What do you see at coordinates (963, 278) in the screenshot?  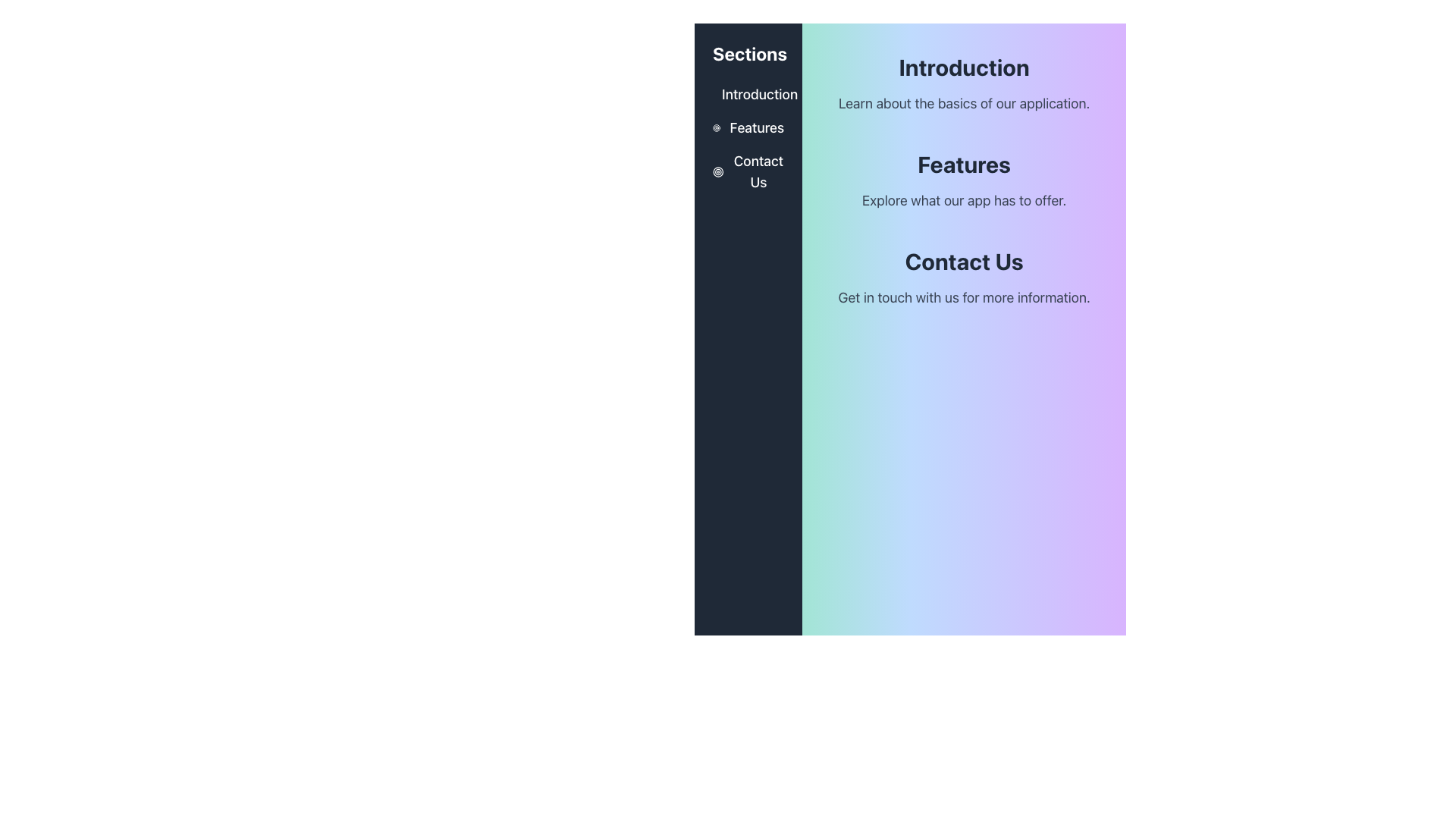 I see `'Contact Us' section header and its description for further details` at bounding box center [963, 278].